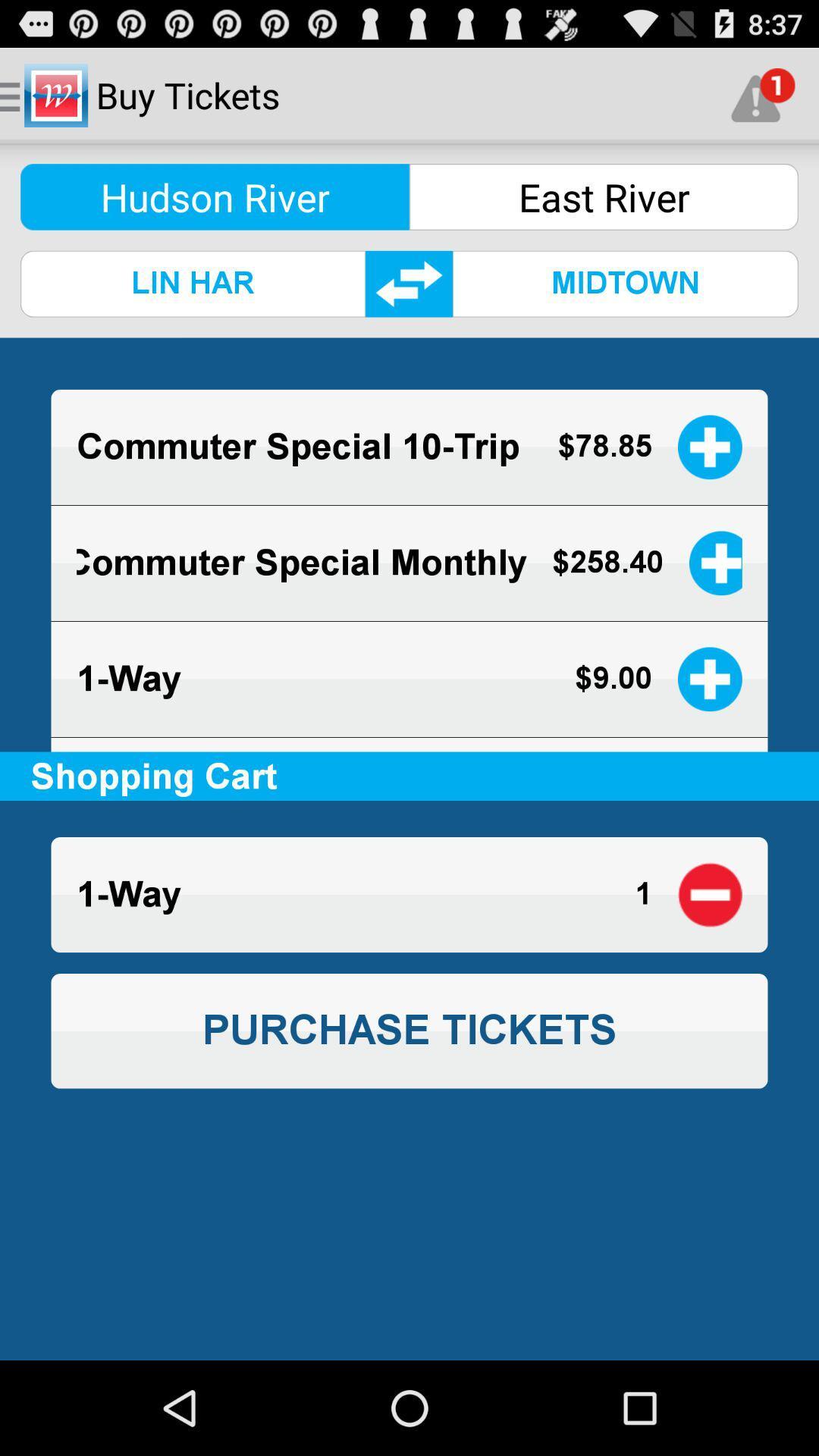 This screenshot has width=819, height=1456. I want to click on the swap icon, so click(408, 303).